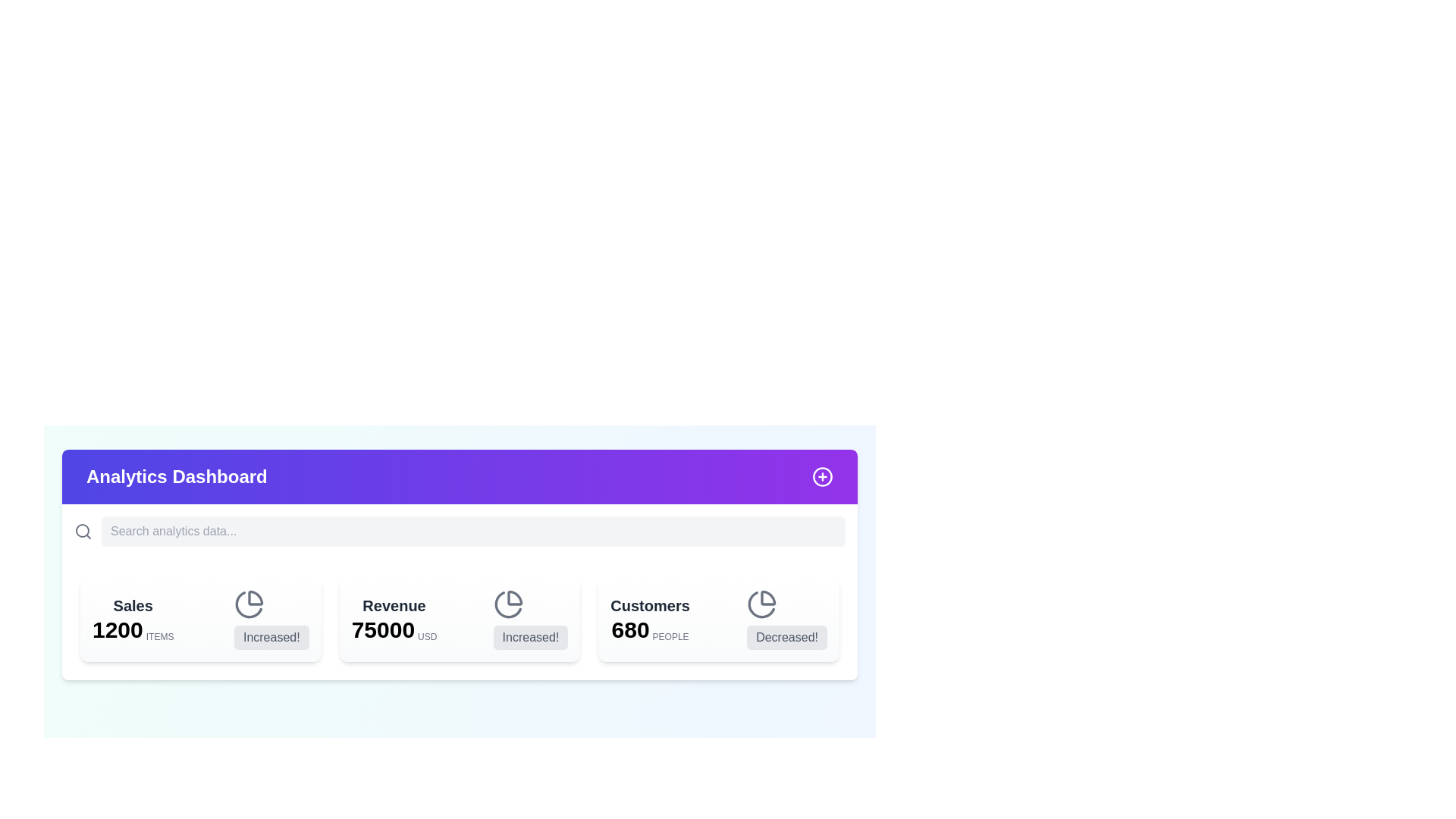 The image size is (1456, 819). What do you see at coordinates (762, 604) in the screenshot?
I see `properties of the SVG icon located in the 'Customers' section of the dashboard, adjacent to the 'Decreased!' label` at bounding box center [762, 604].